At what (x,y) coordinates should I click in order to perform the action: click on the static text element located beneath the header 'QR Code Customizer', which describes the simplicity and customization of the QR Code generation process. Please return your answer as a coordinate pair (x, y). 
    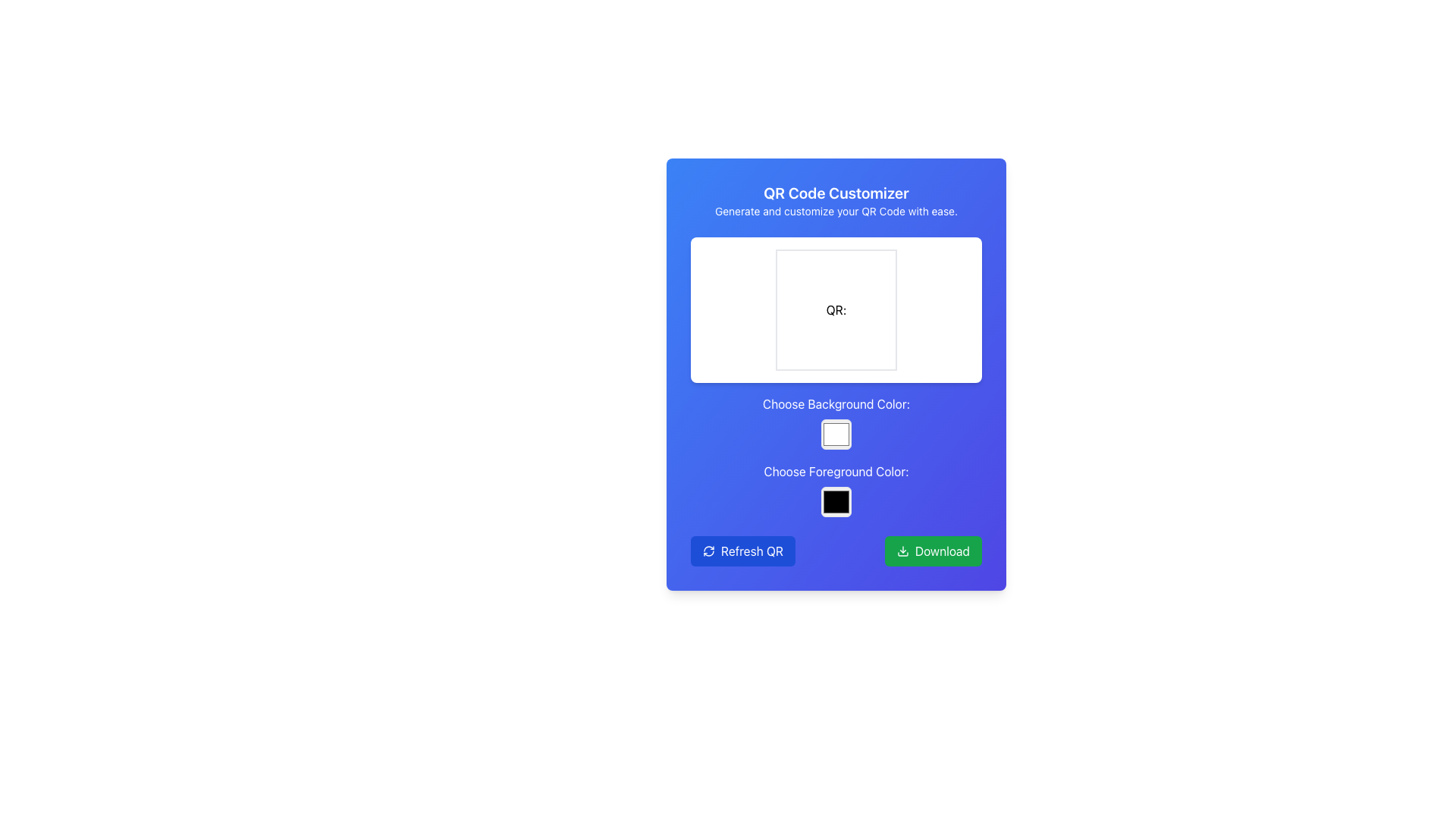
    Looking at the image, I should click on (836, 211).